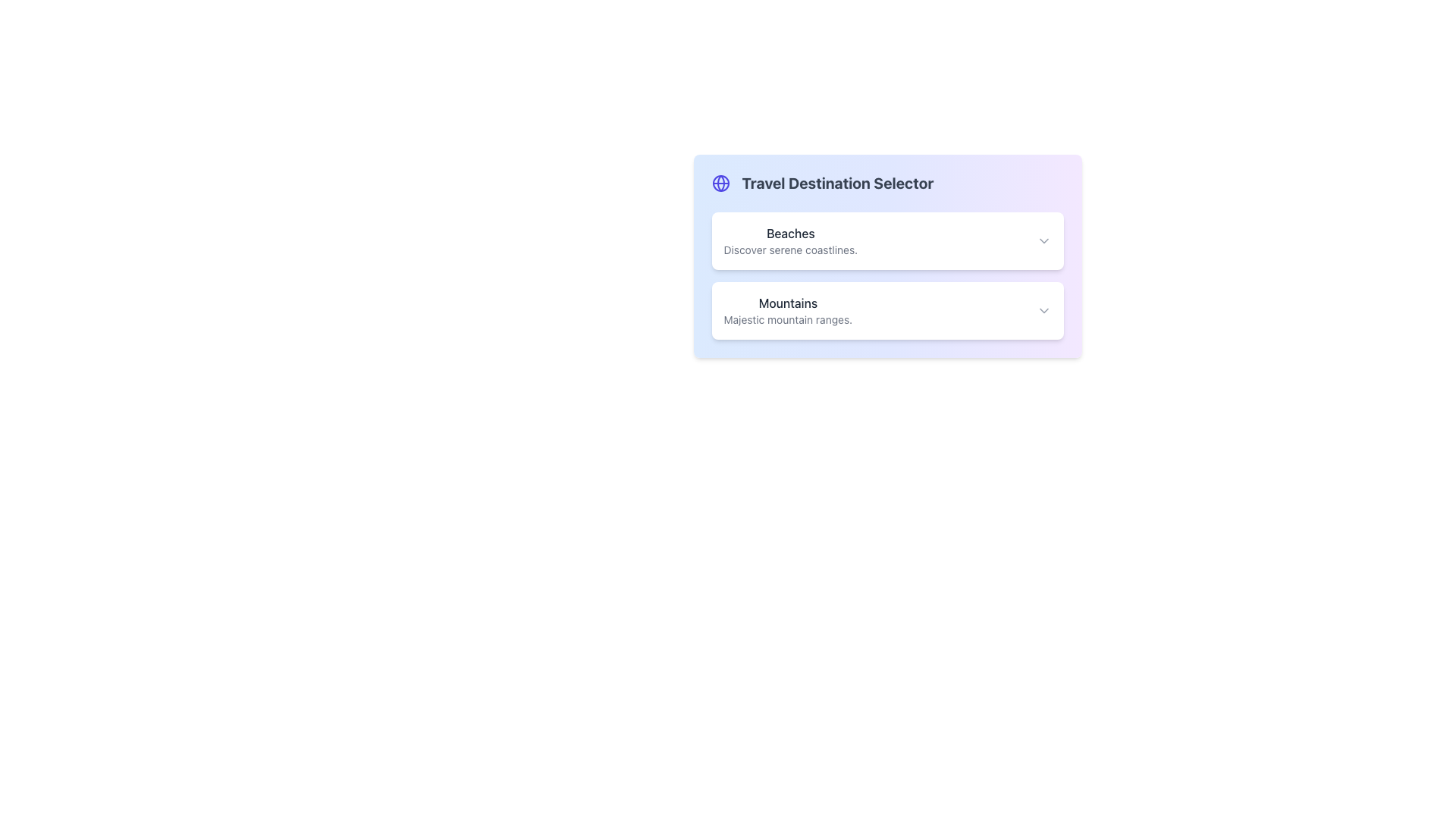  I want to click on the descriptive text located directly beneath the 'Beaches' heading in the travel destination selector, so click(789, 249).